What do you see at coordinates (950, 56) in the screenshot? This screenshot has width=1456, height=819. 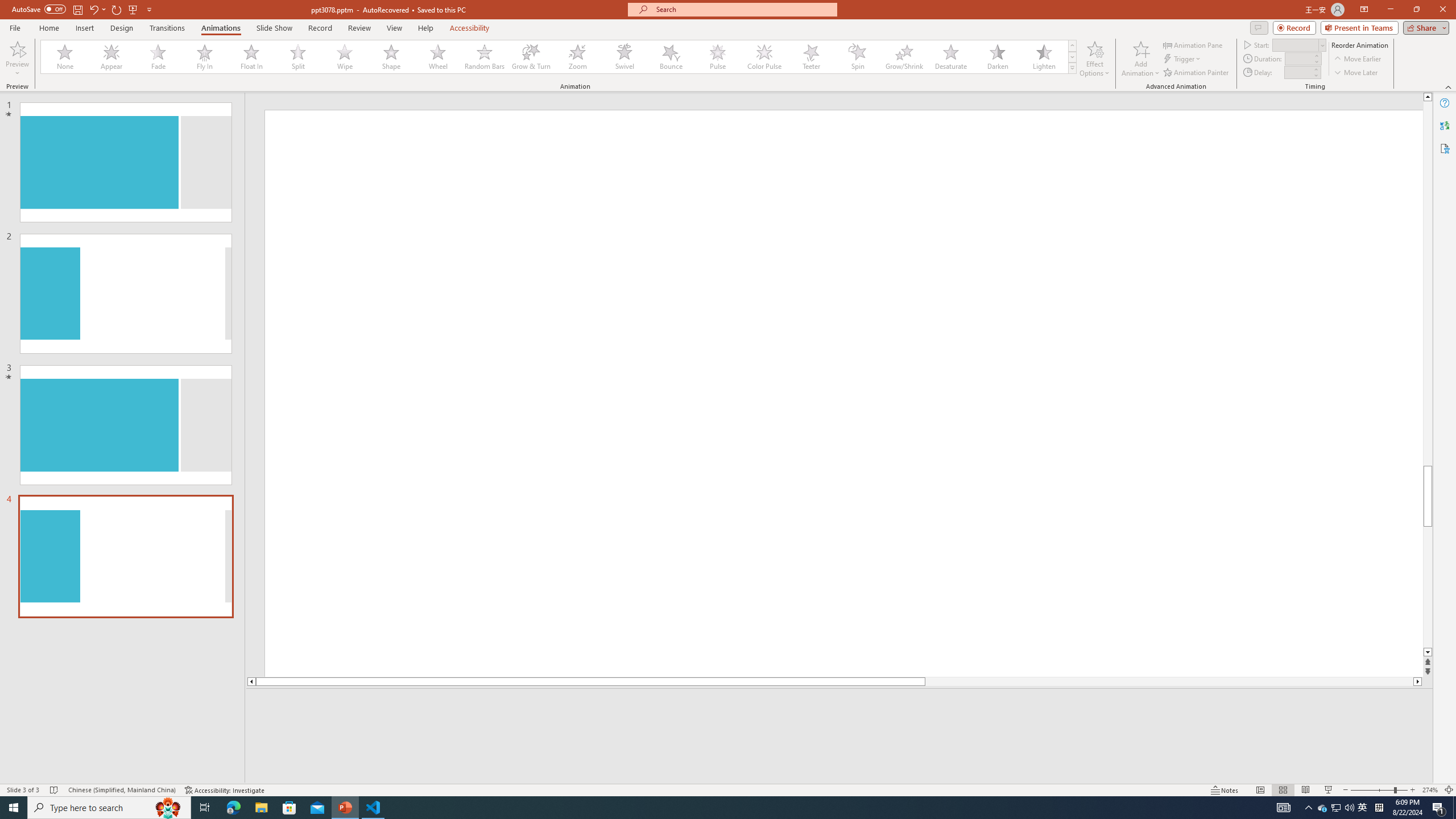 I see `'Desaturate'` at bounding box center [950, 56].